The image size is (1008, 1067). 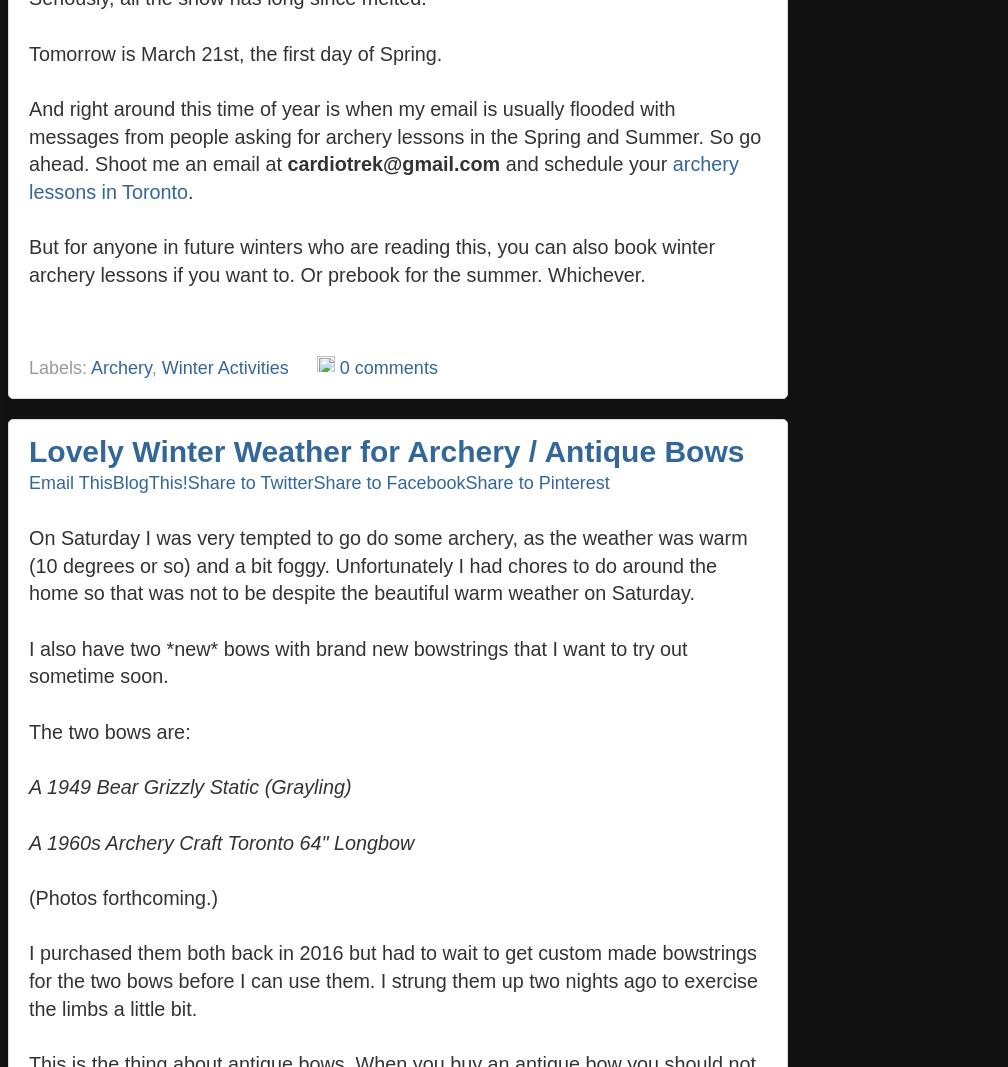 What do you see at coordinates (190, 191) in the screenshot?
I see `'.'` at bounding box center [190, 191].